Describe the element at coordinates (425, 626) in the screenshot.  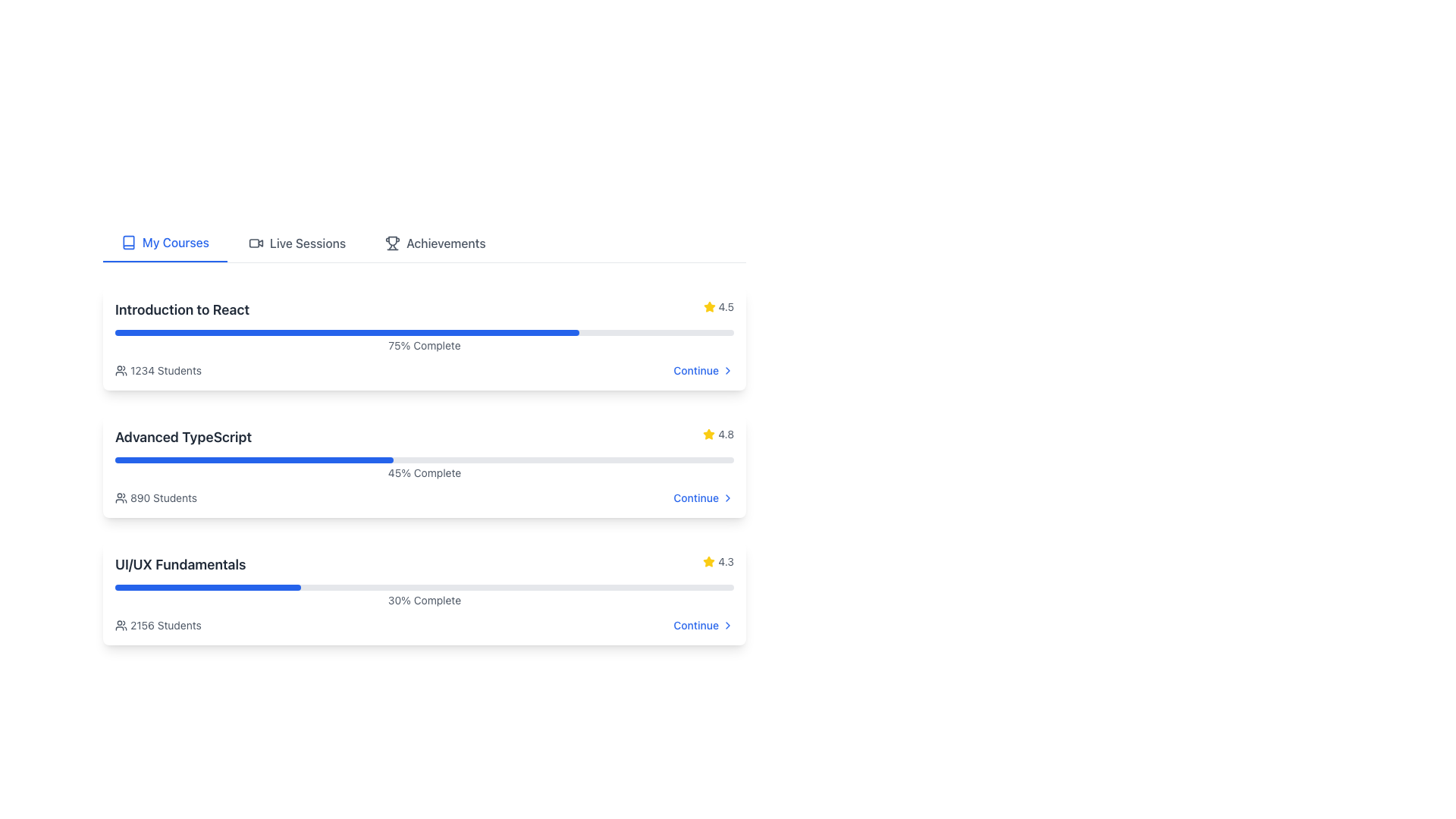
I see `student count information from the Composite component displaying '2156 Students' and the link 'Continue' located below the progress bar in the course card for 'UI/UX Fundamentals'` at that location.